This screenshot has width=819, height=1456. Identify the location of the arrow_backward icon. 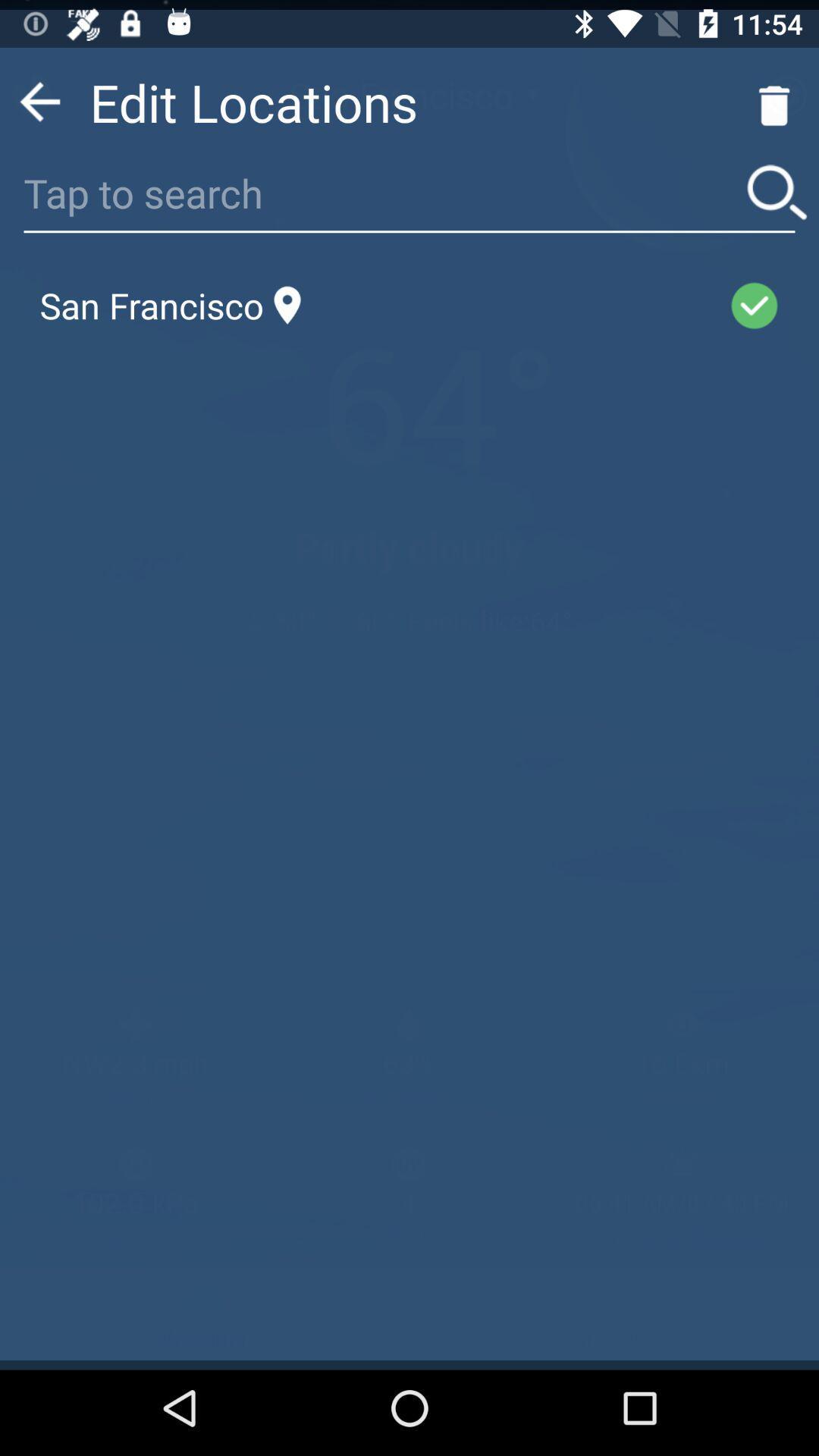
(39, 91).